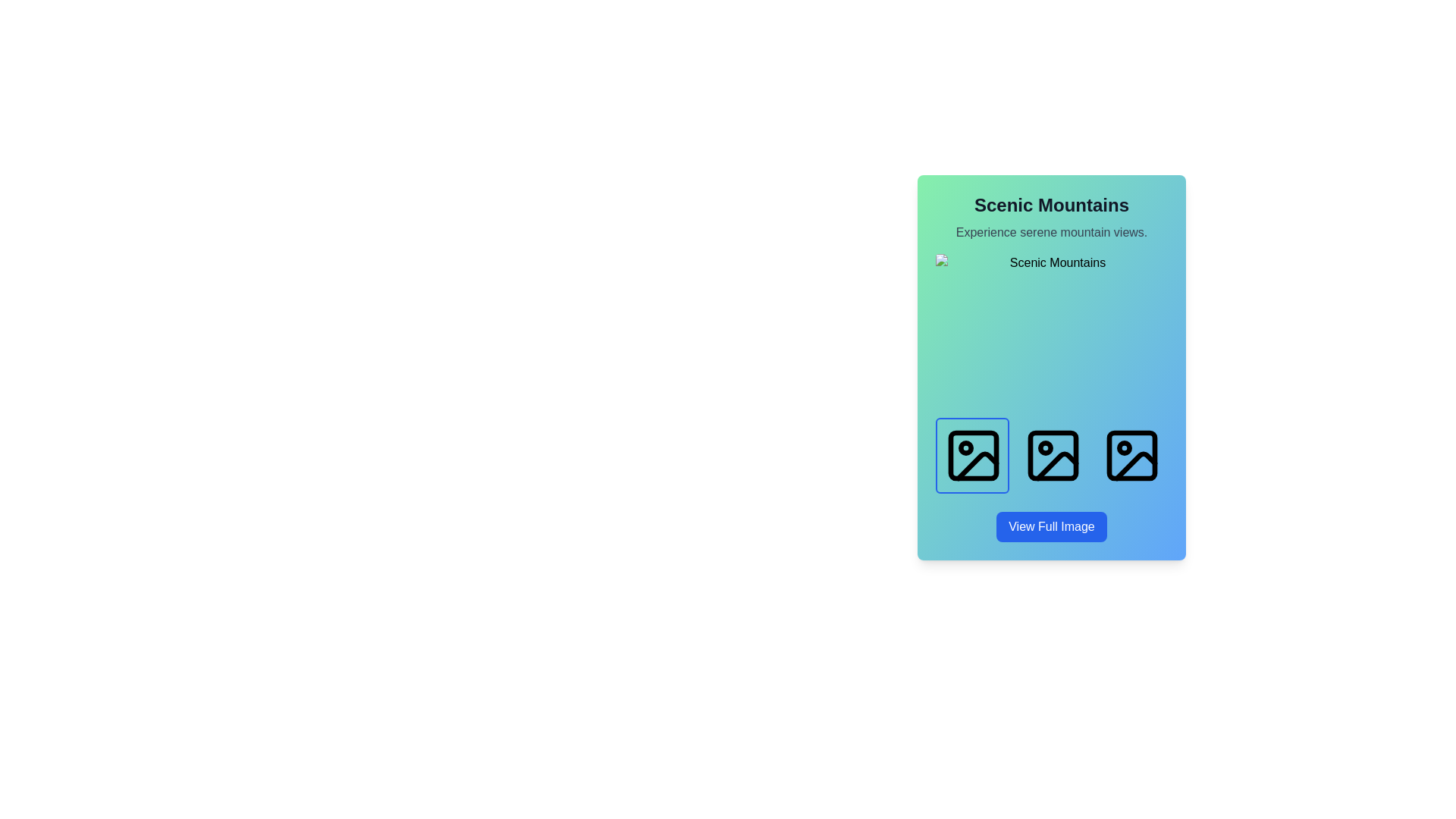 This screenshot has height=819, width=1456. What do you see at coordinates (965, 447) in the screenshot?
I see `the decorative or informative Icon marker located in the left icon of the trio of landscape icons near the bottom of the card labeled 'Scenic Mountains'` at bounding box center [965, 447].